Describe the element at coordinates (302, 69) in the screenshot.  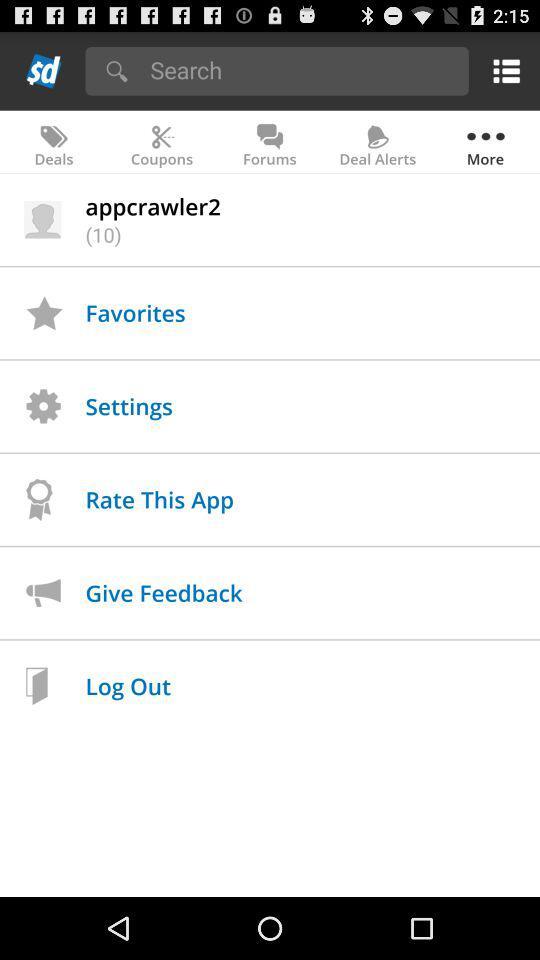
I see `look up content` at that location.